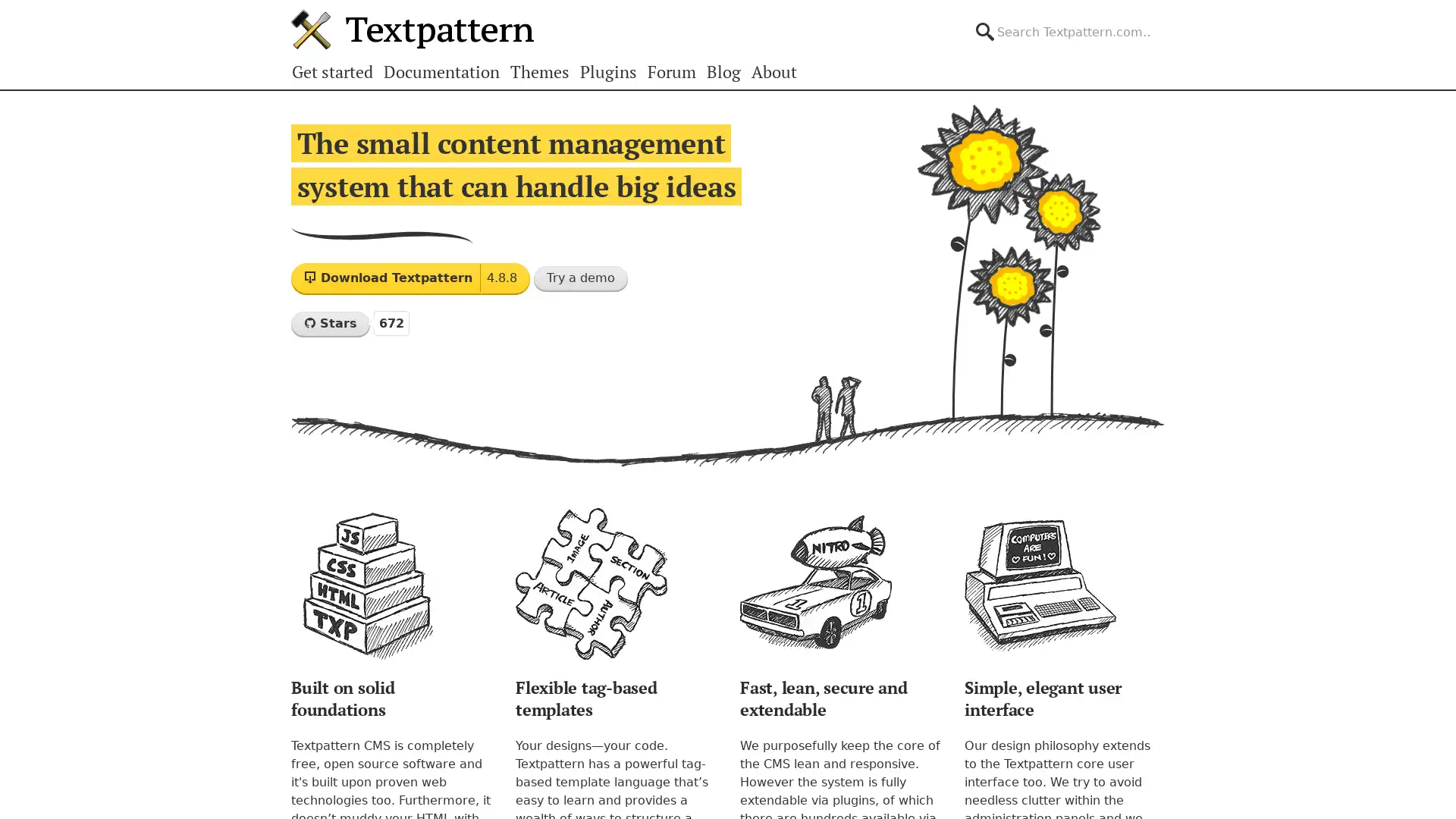 This screenshot has width=1456, height=819. Describe the element at coordinates (1163, 18) in the screenshot. I see `Submit Search` at that location.